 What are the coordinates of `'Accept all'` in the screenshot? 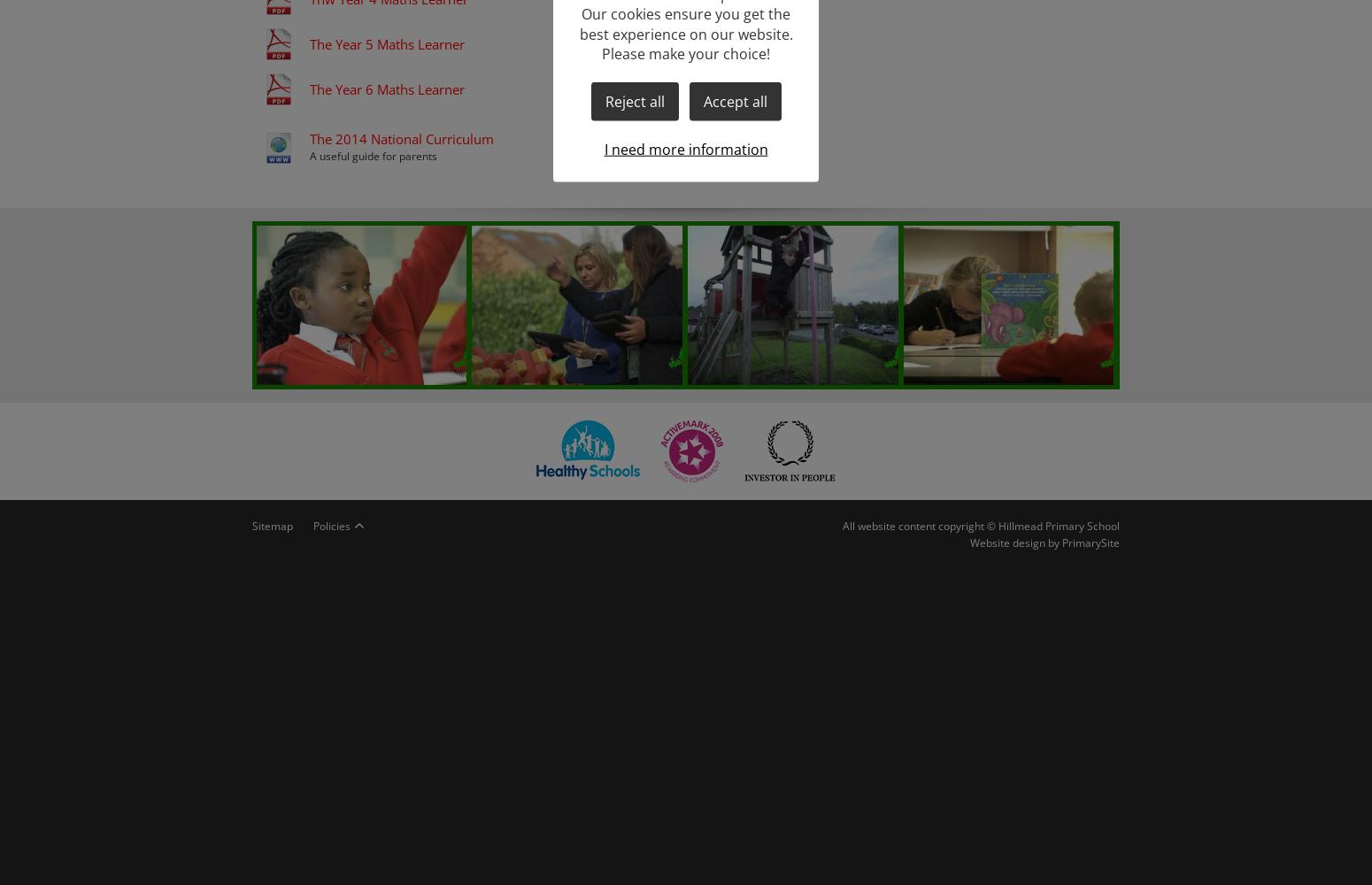 It's located at (734, 100).